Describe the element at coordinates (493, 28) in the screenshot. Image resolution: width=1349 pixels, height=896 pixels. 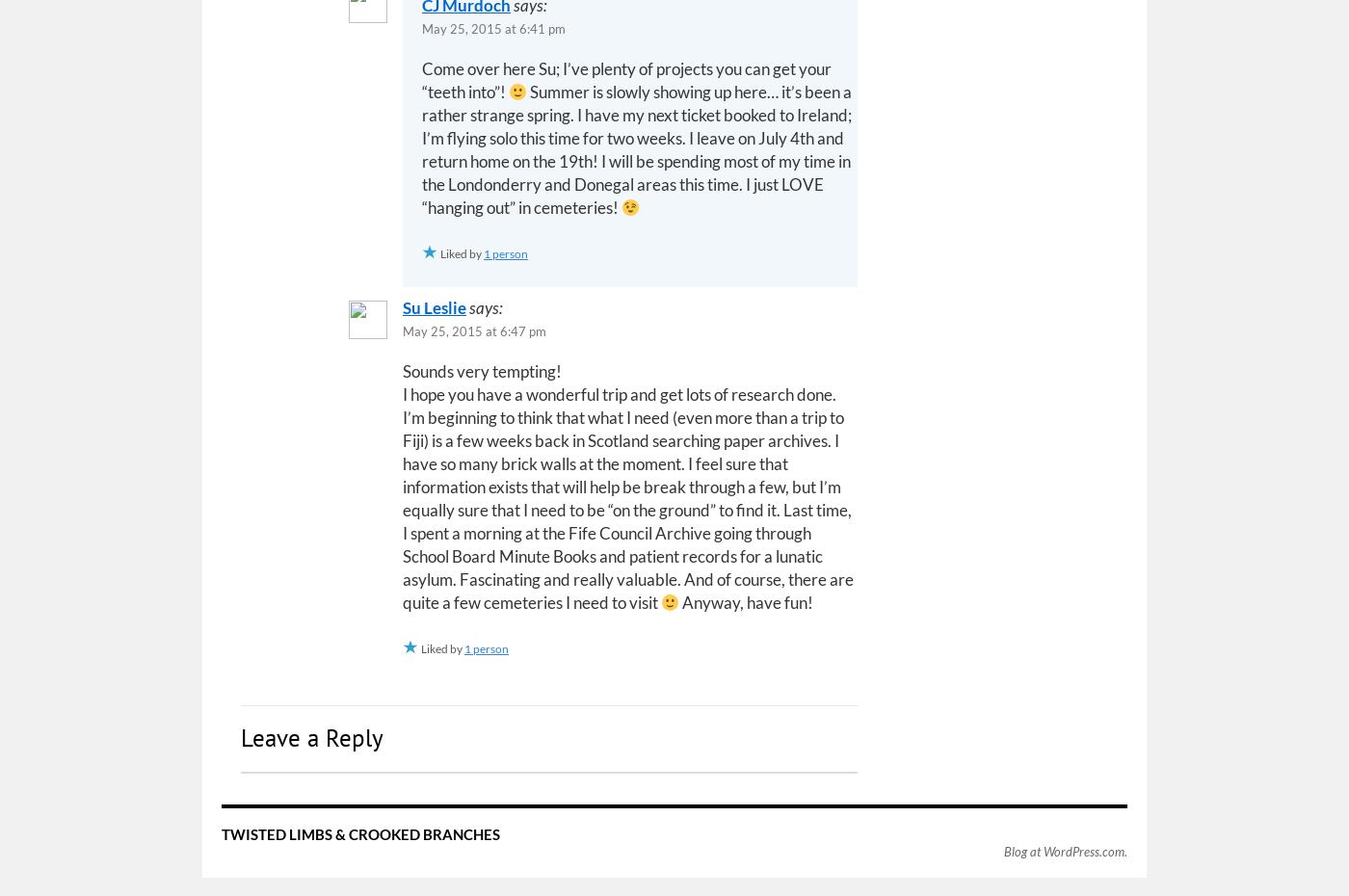
I see `'May 25, 2015 at 6:41 pm'` at that location.